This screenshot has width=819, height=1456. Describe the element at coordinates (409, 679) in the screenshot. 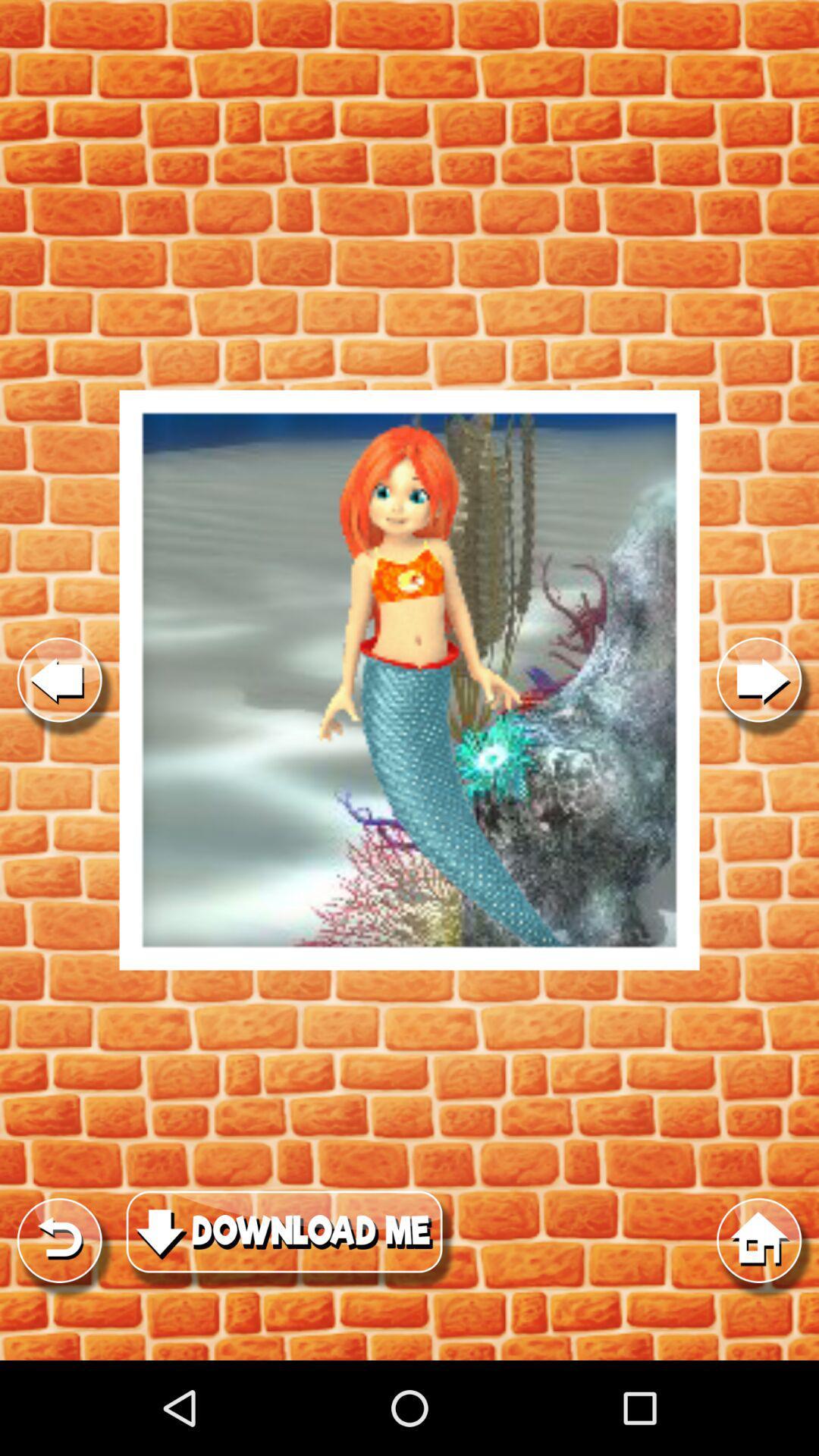

I see `image display screen` at that location.